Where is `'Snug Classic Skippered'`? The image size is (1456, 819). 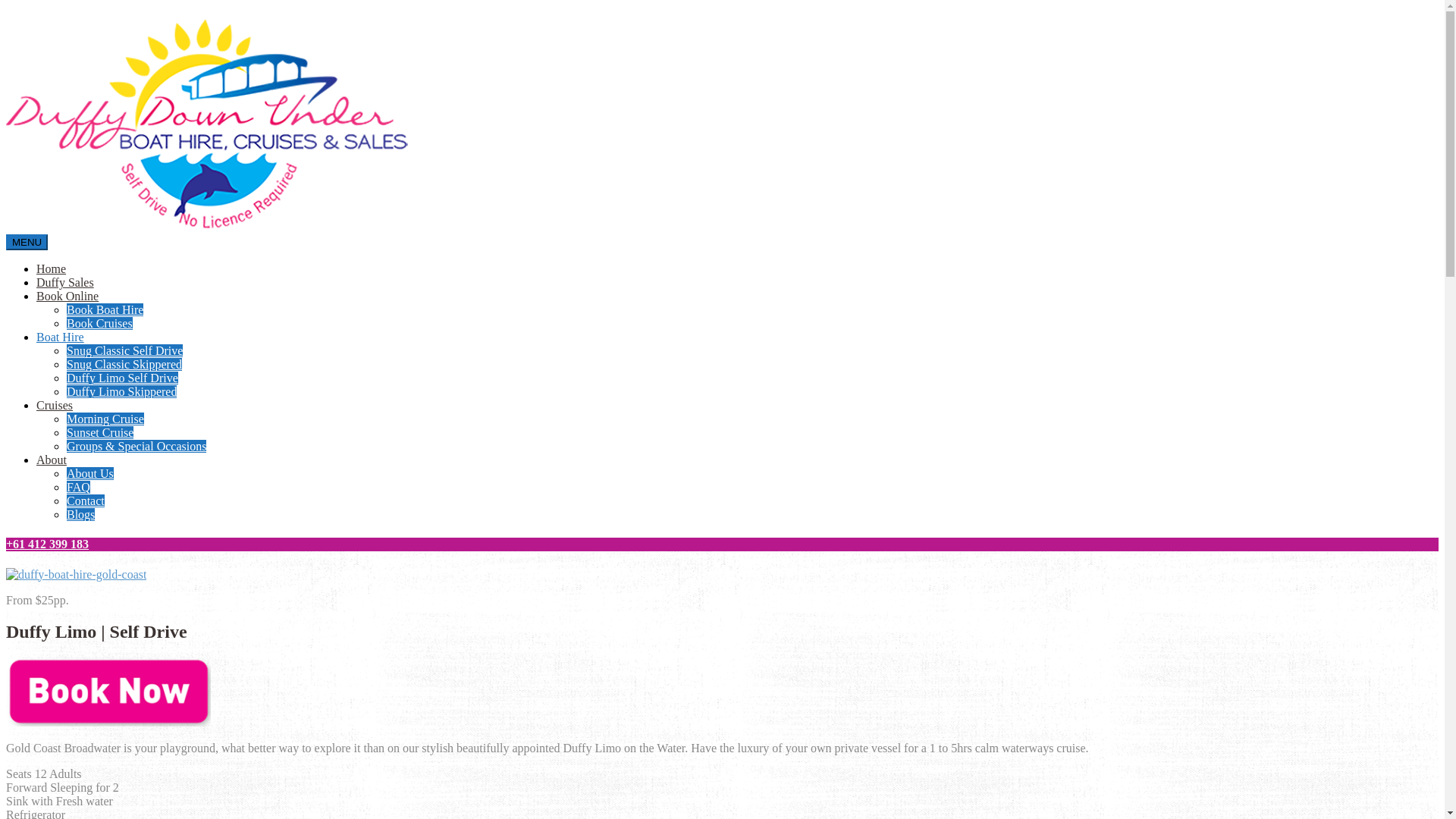
'Snug Classic Skippered' is located at coordinates (124, 364).